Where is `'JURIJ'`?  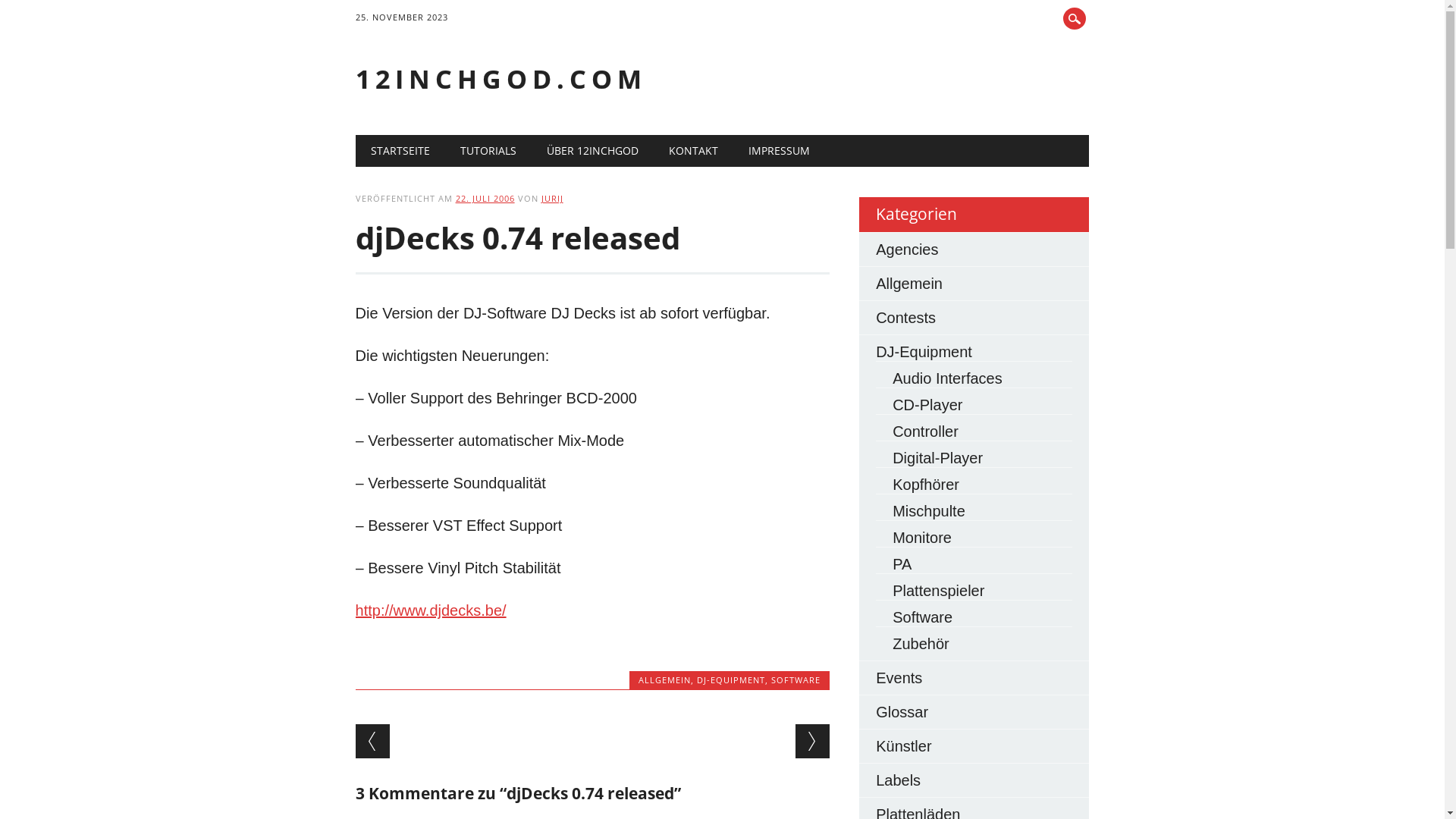
'JURIJ' is located at coordinates (551, 197).